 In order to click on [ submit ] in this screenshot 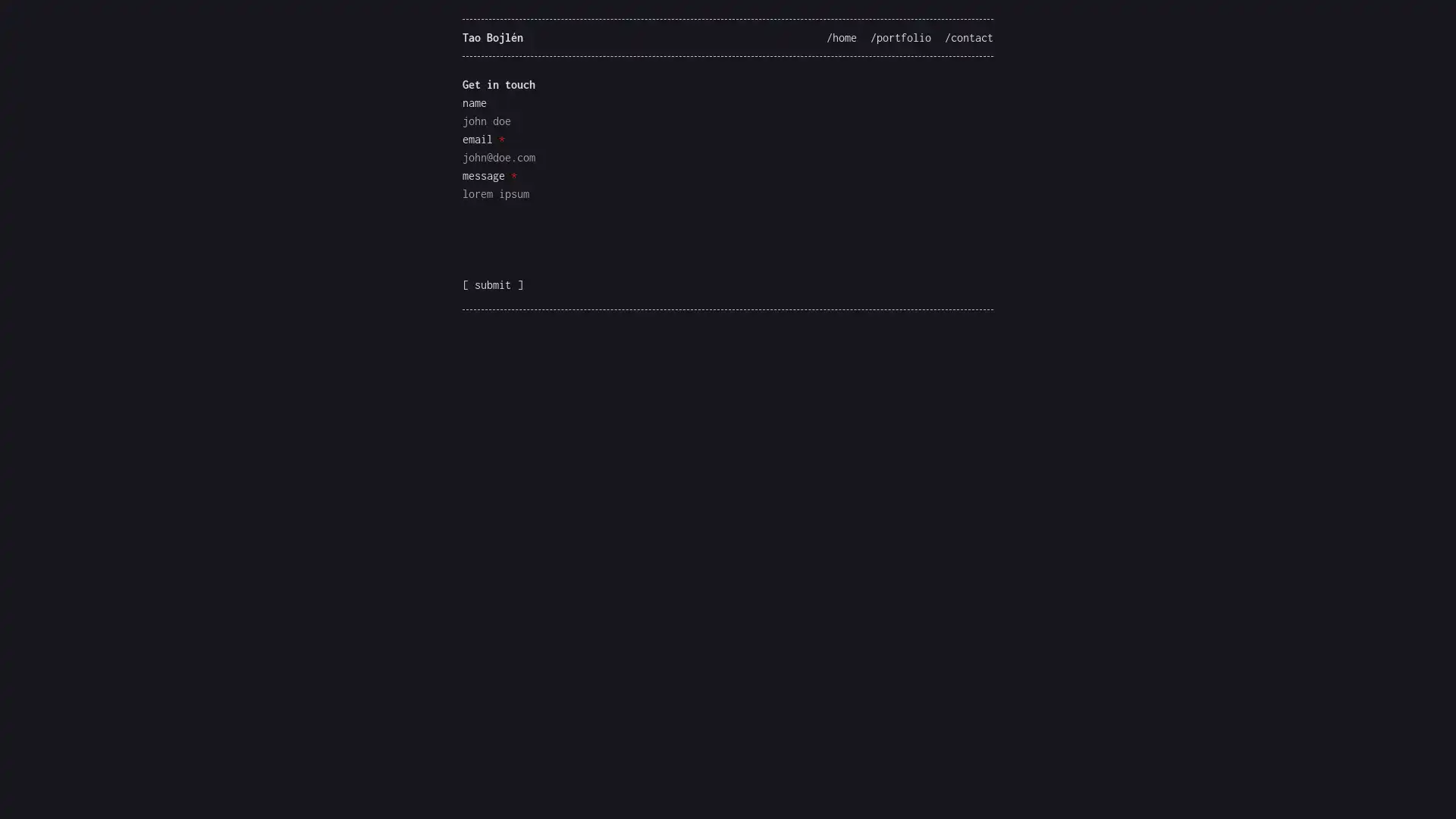, I will do `click(492, 284)`.